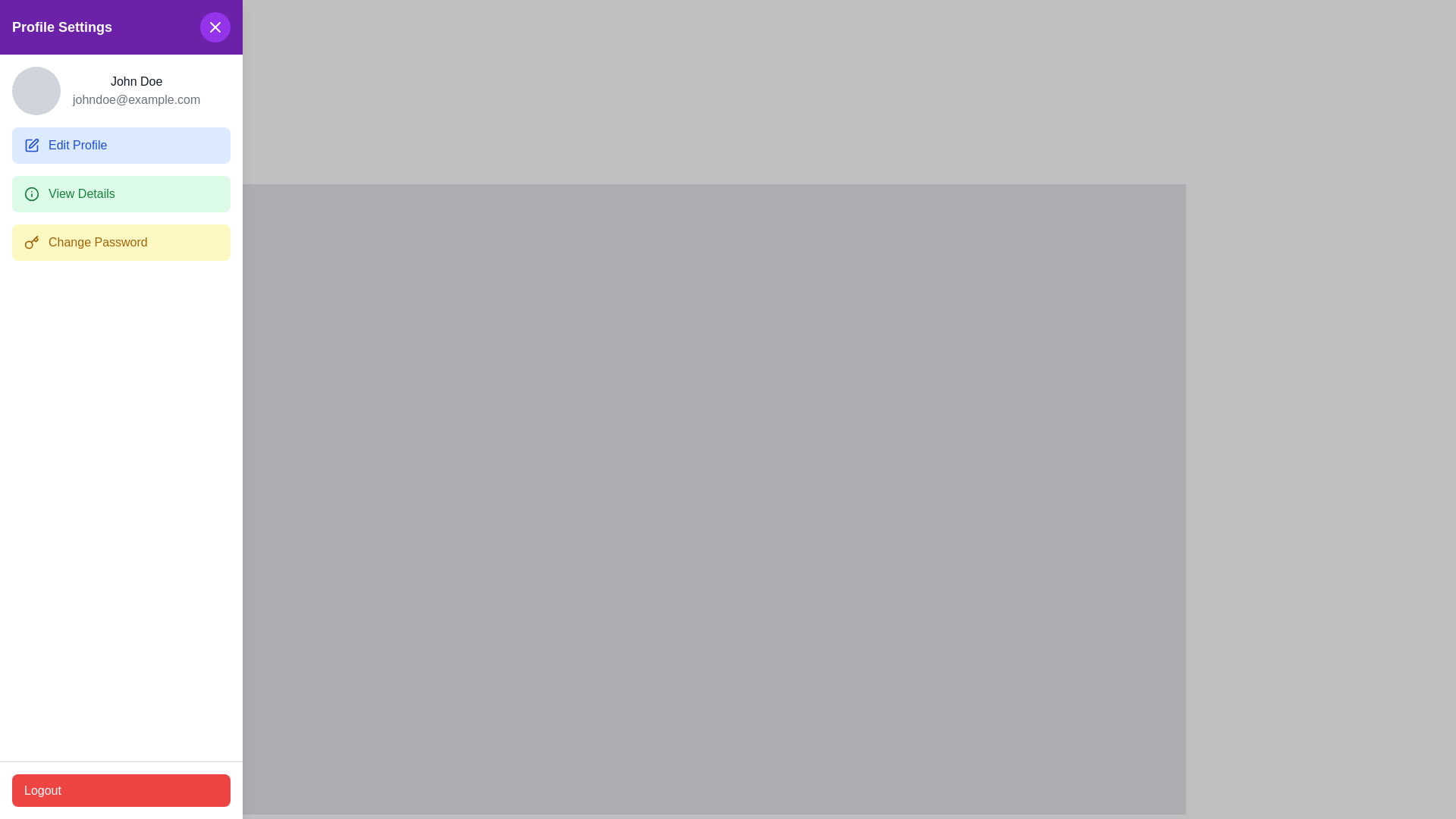 The height and width of the screenshot is (819, 1456). Describe the element at coordinates (32, 146) in the screenshot. I see `the 'Edit Profile' icon, which is located inside the 'Edit Profile' button in the sidebar, positioned above the 'View Details' option` at that location.